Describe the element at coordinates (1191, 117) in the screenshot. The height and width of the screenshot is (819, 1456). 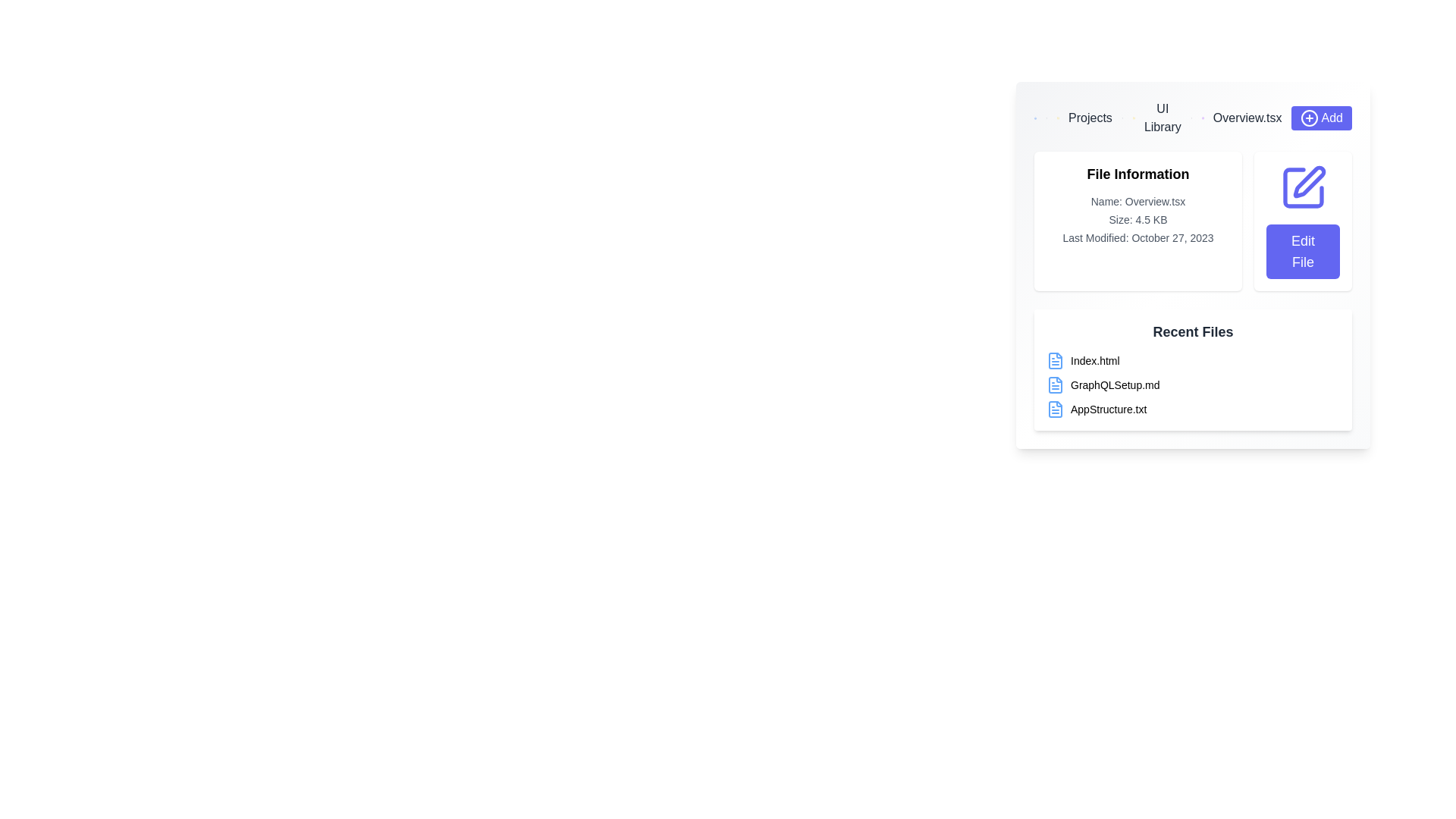
I see `the navigation structure by focusing on the fifth right-pointing chevron icon in the breadcrumb navigation bar, located between 'UI Library' and 'Overview.tsx'` at that location.